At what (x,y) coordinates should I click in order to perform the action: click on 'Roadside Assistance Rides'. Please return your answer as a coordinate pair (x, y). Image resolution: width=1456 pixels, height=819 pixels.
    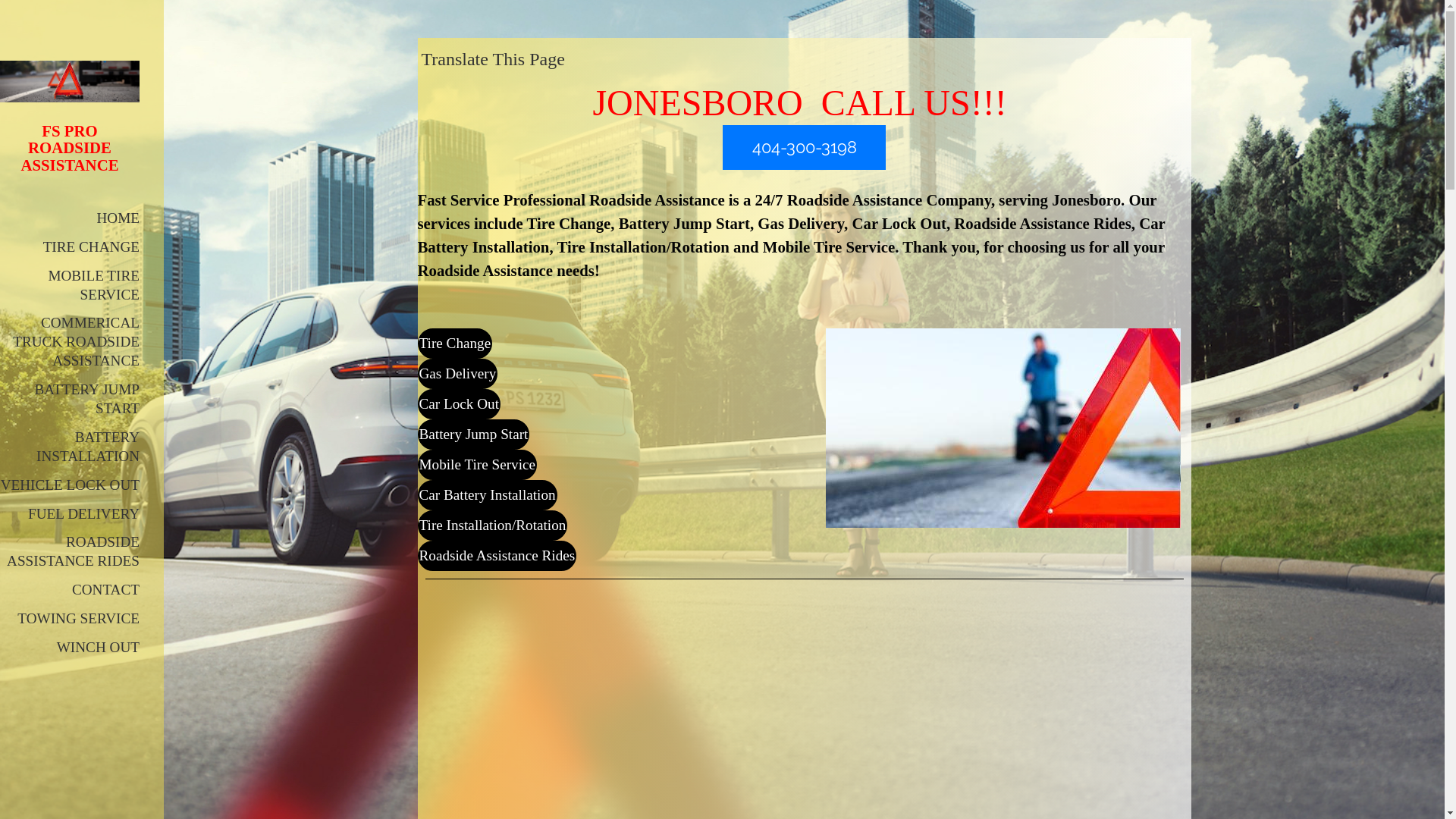
    Looking at the image, I should click on (496, 555).